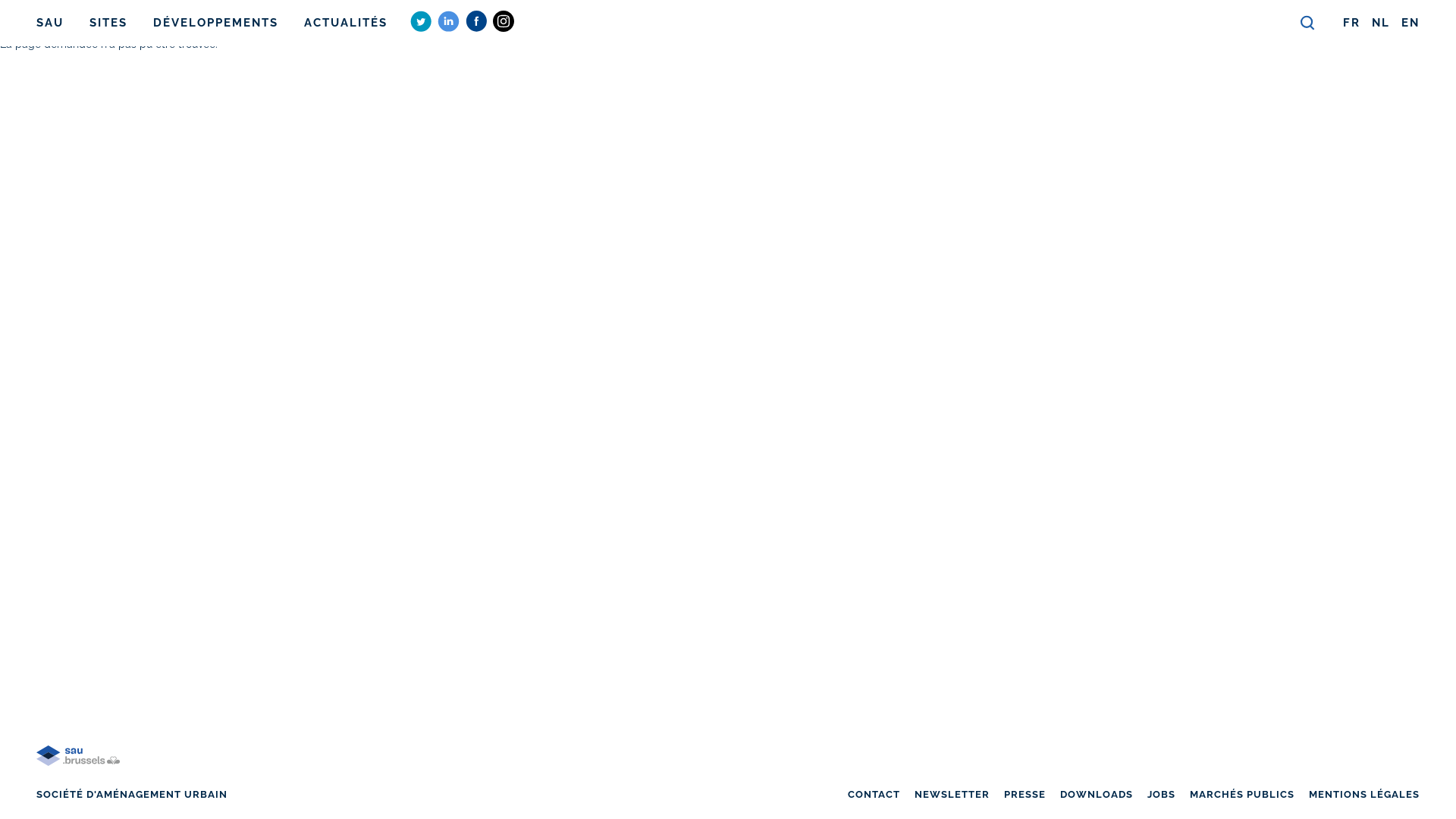 The height and width of the screenshot is (819, 1456). What do you see at coordinates (1096, 793) in the screenshot?
I see `'DOWNLOADS'` at bounding box center [1096, 793].